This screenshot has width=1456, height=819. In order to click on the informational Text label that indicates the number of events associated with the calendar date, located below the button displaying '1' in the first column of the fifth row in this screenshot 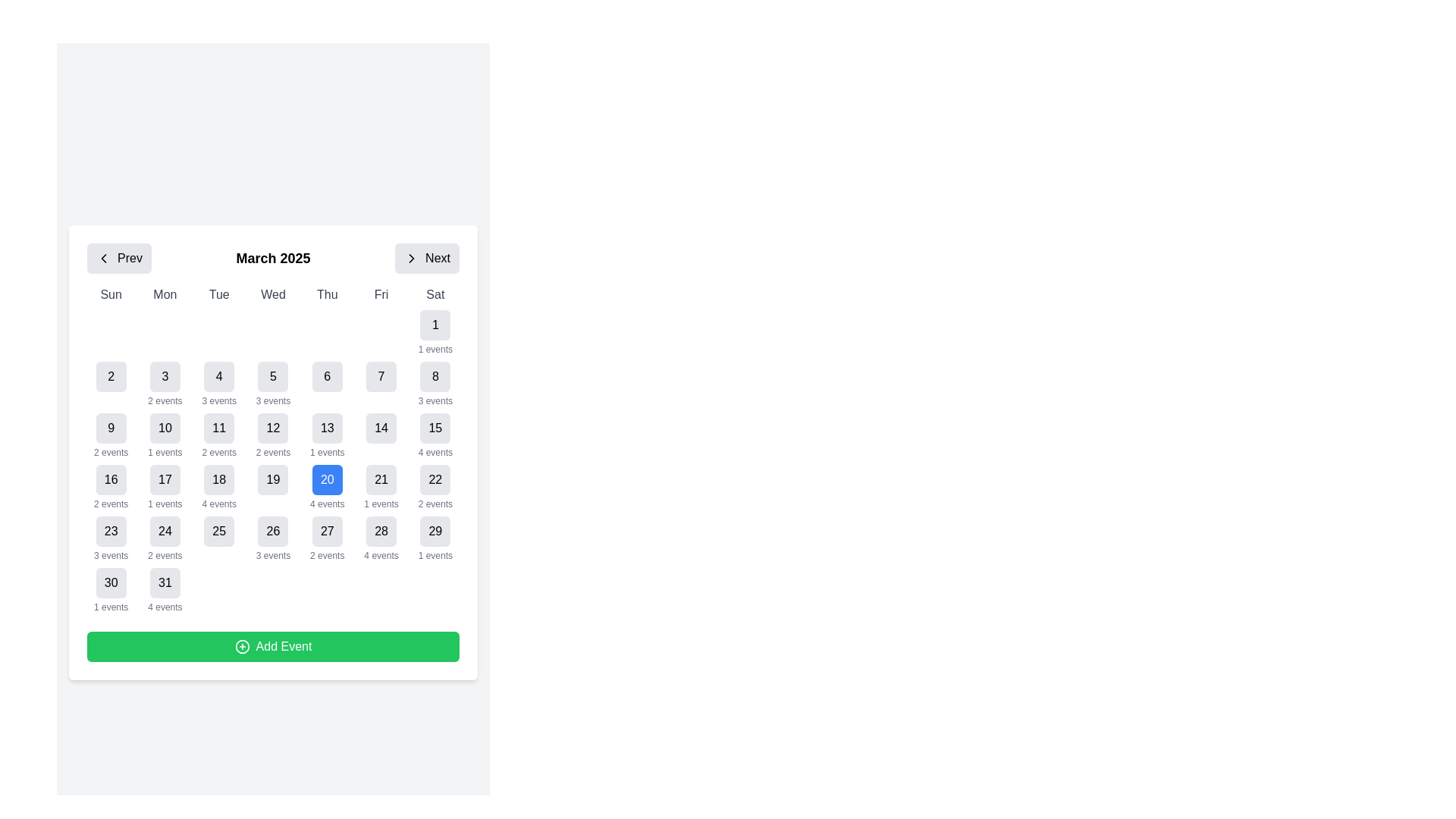, I will do `click(165, 504)`.